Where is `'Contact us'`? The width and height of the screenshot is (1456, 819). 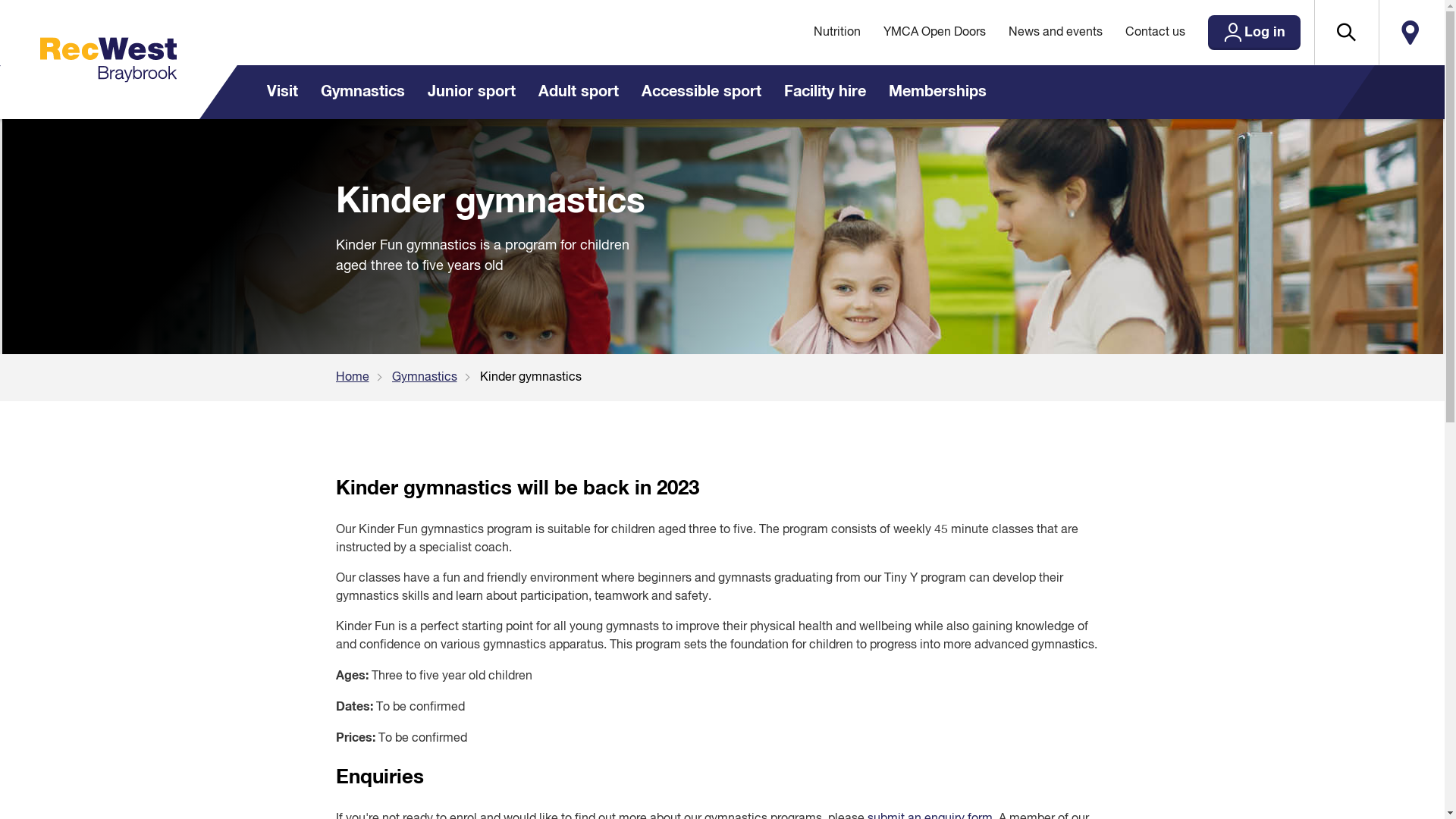
'Contact us' is located at coordinates (1153, 32).